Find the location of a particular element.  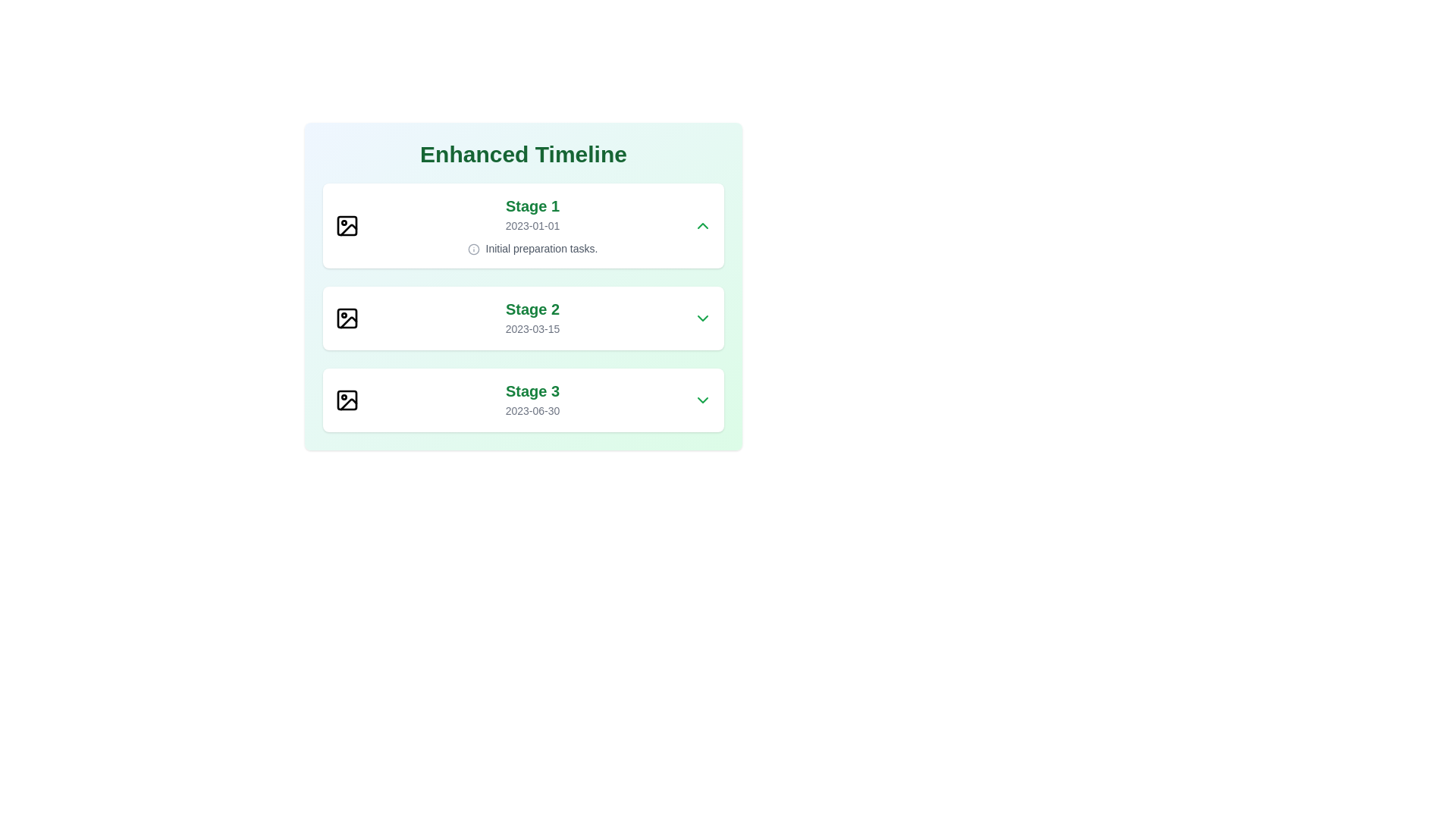

the circular 'i' icon styled in light gray, located to the left of the 'Initial preparation tasks.' text in the first section of the timeline under 'Stage 1' to obtain more information is located at coordinates (472, 249).